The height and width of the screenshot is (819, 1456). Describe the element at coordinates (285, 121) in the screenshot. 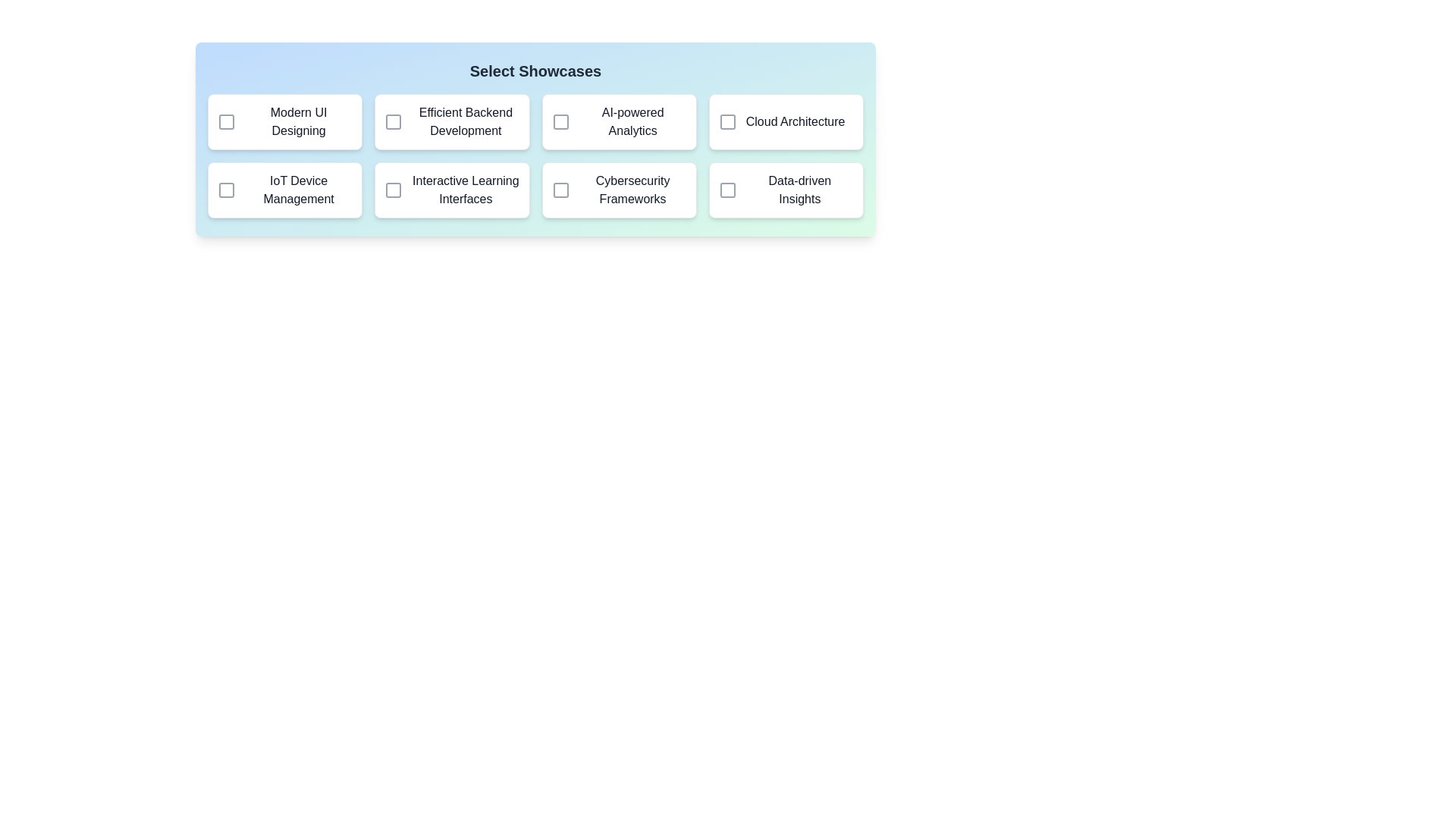

I see `the showcase item labeled 'Modern UI Designing' to observe the hover effect` at that location.